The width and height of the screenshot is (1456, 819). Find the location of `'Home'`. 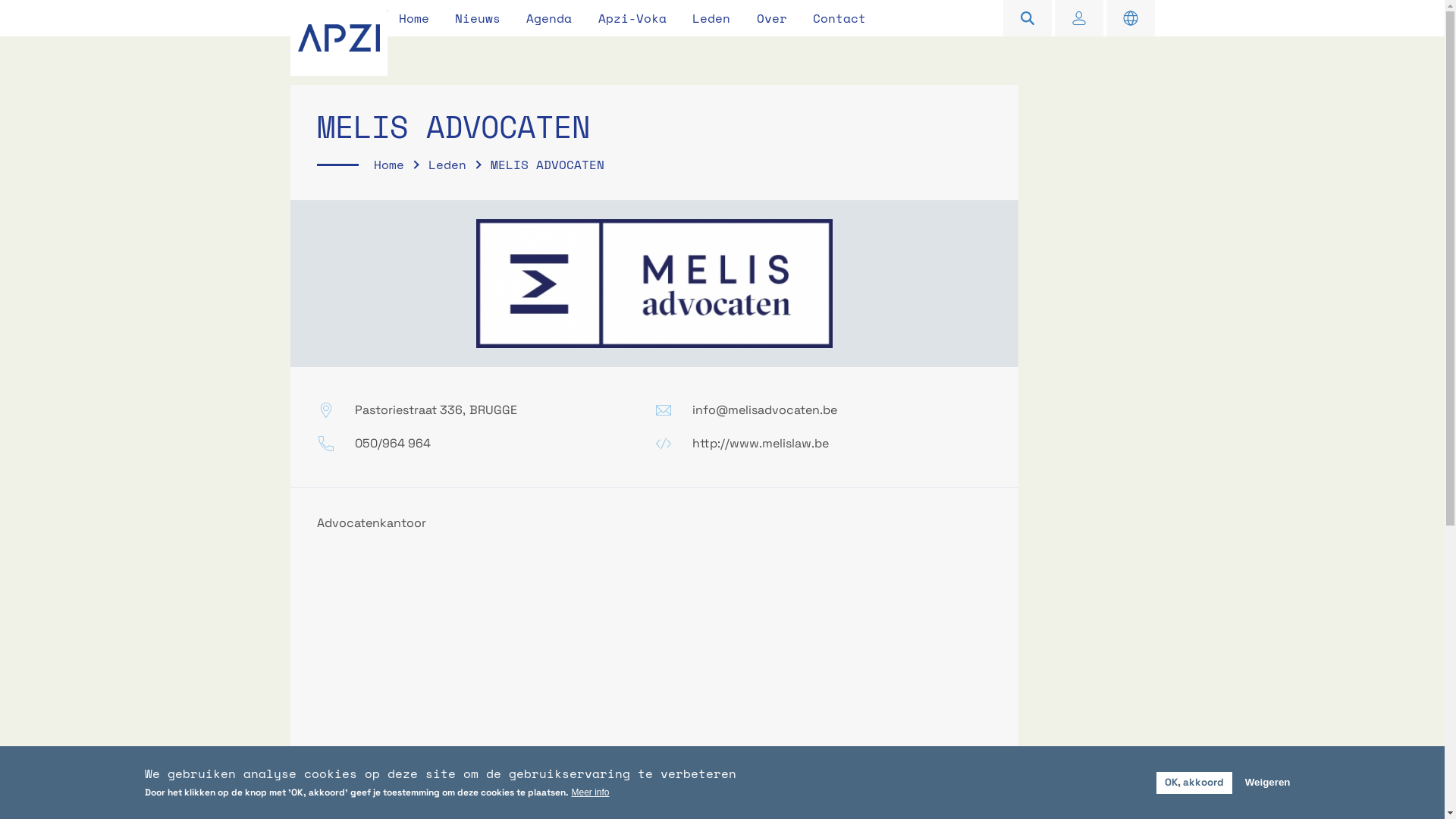

'Home' is located at coordinates (386, 17).